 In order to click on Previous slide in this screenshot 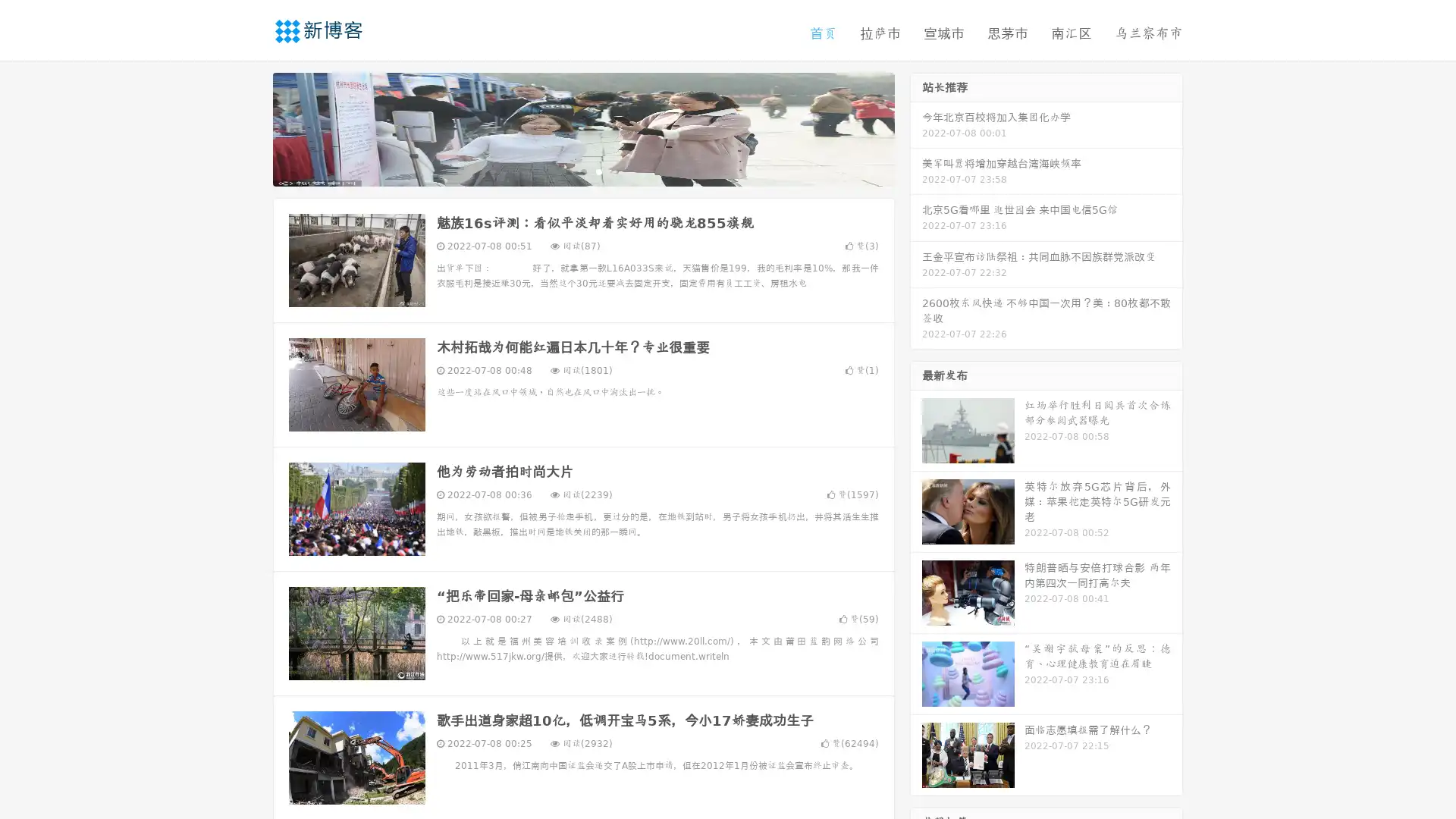, I will do `click(250, 127)`.